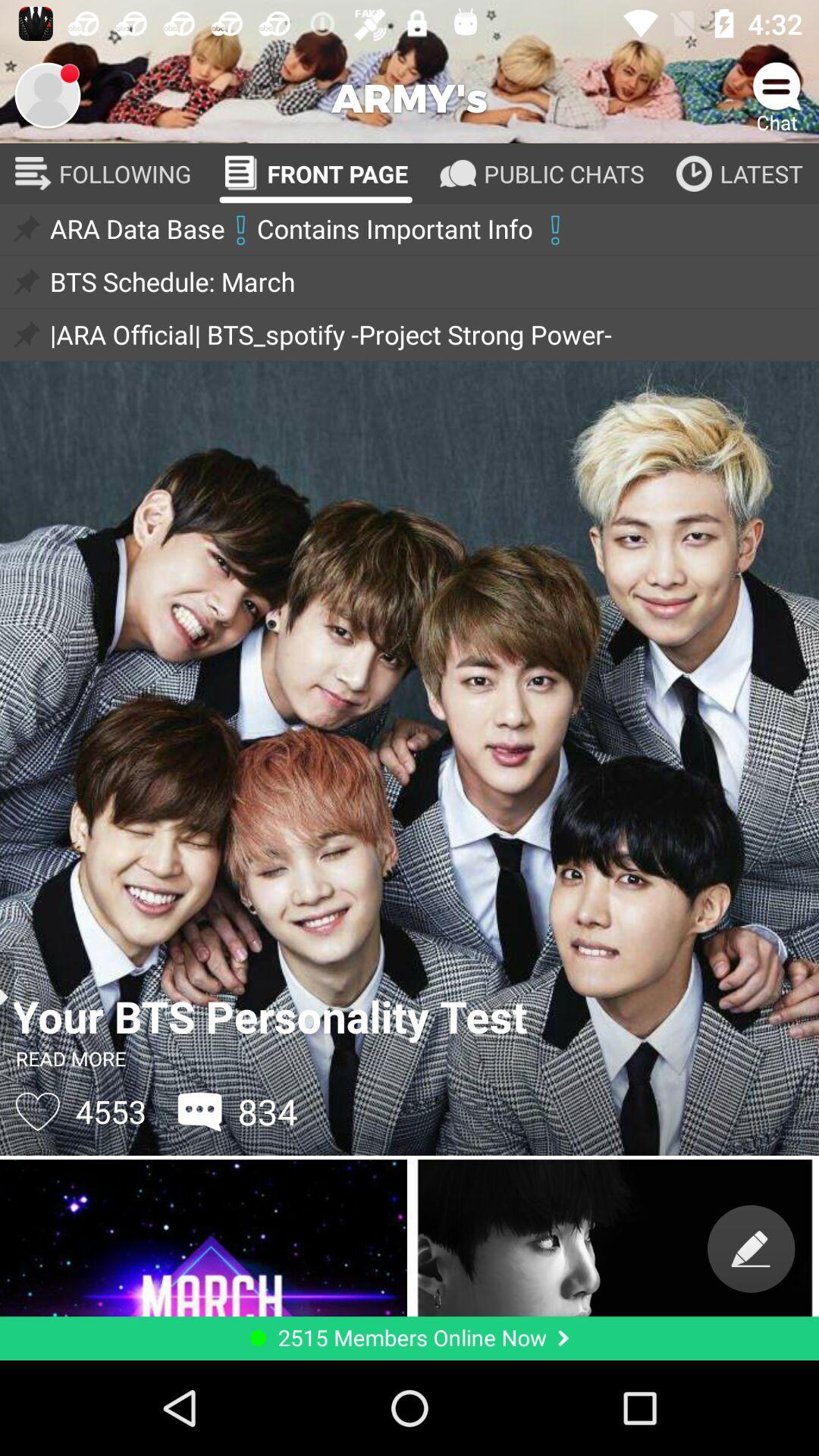  What do you see at coordinates (46, 94) in the screenshot?
I see `choose the selection` at bounding box center [46, 94].